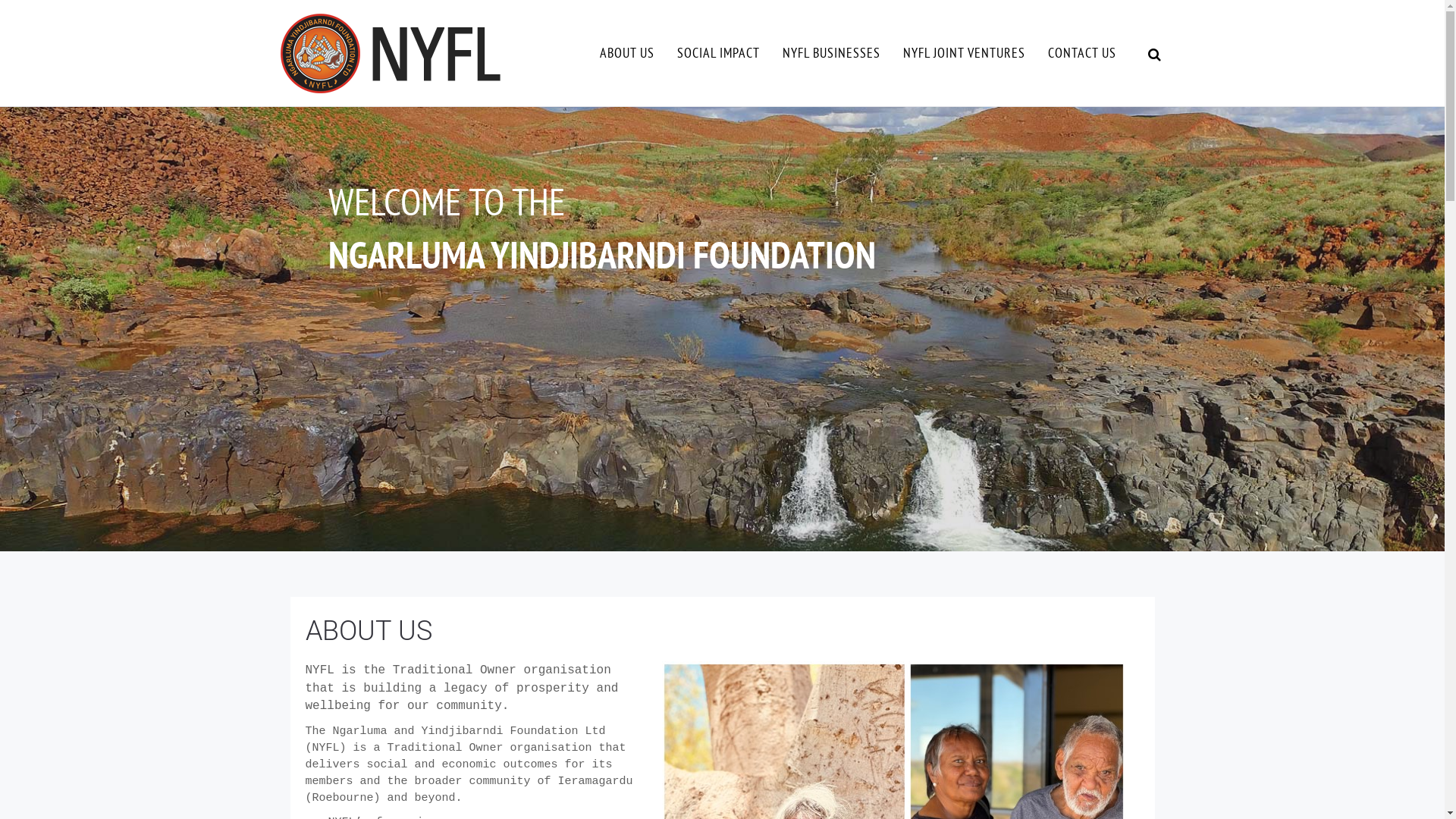 The image size is (1456, 819). Describe the element at coordinates (963, 52) in the screenshot. I see `'NYFL JOINT VENTURES'` at that location.